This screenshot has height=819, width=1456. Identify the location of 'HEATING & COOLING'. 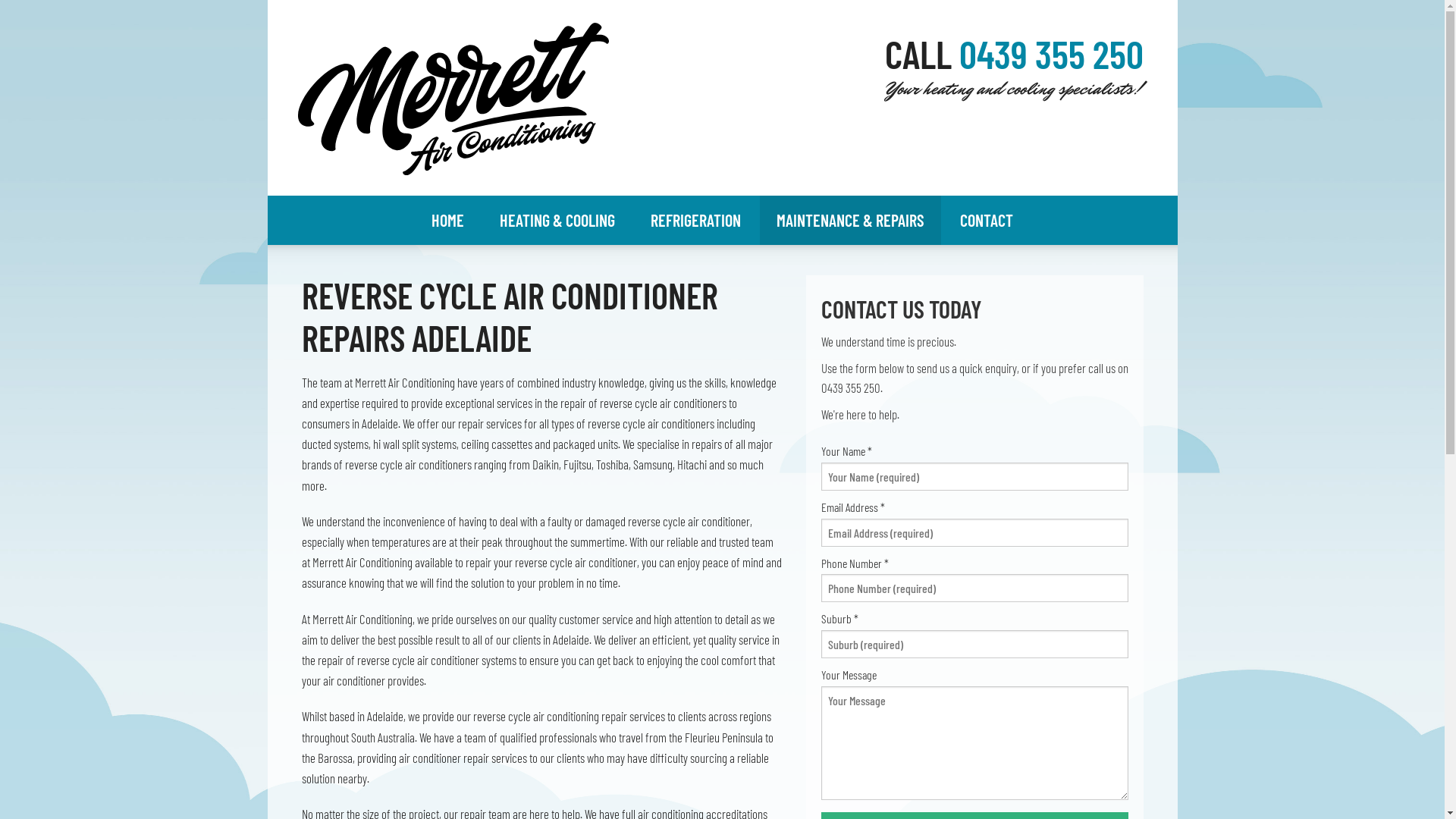
(556, 220).